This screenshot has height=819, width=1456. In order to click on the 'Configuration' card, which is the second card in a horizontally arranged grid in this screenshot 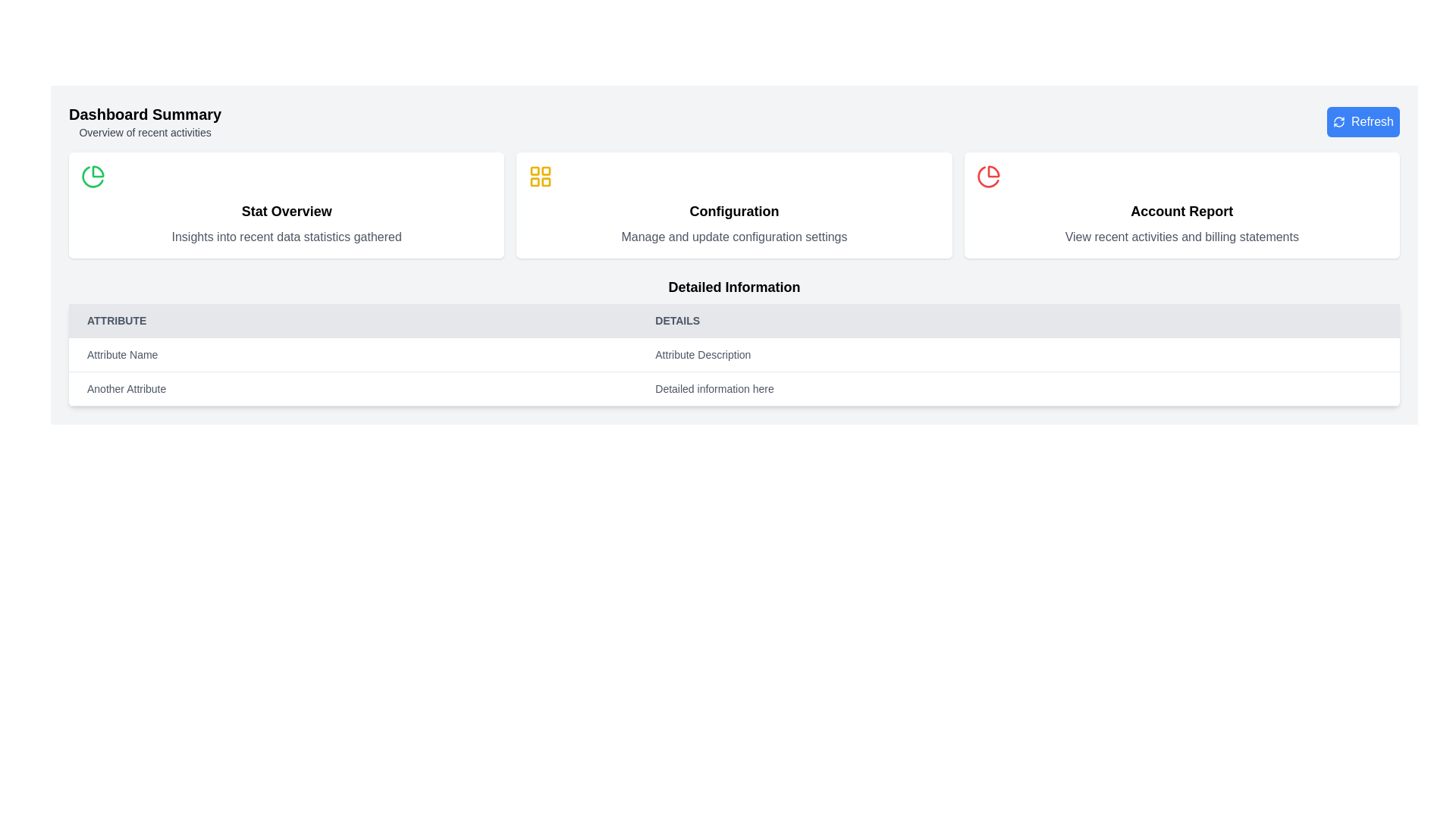, I will do `click(734, 205)`.